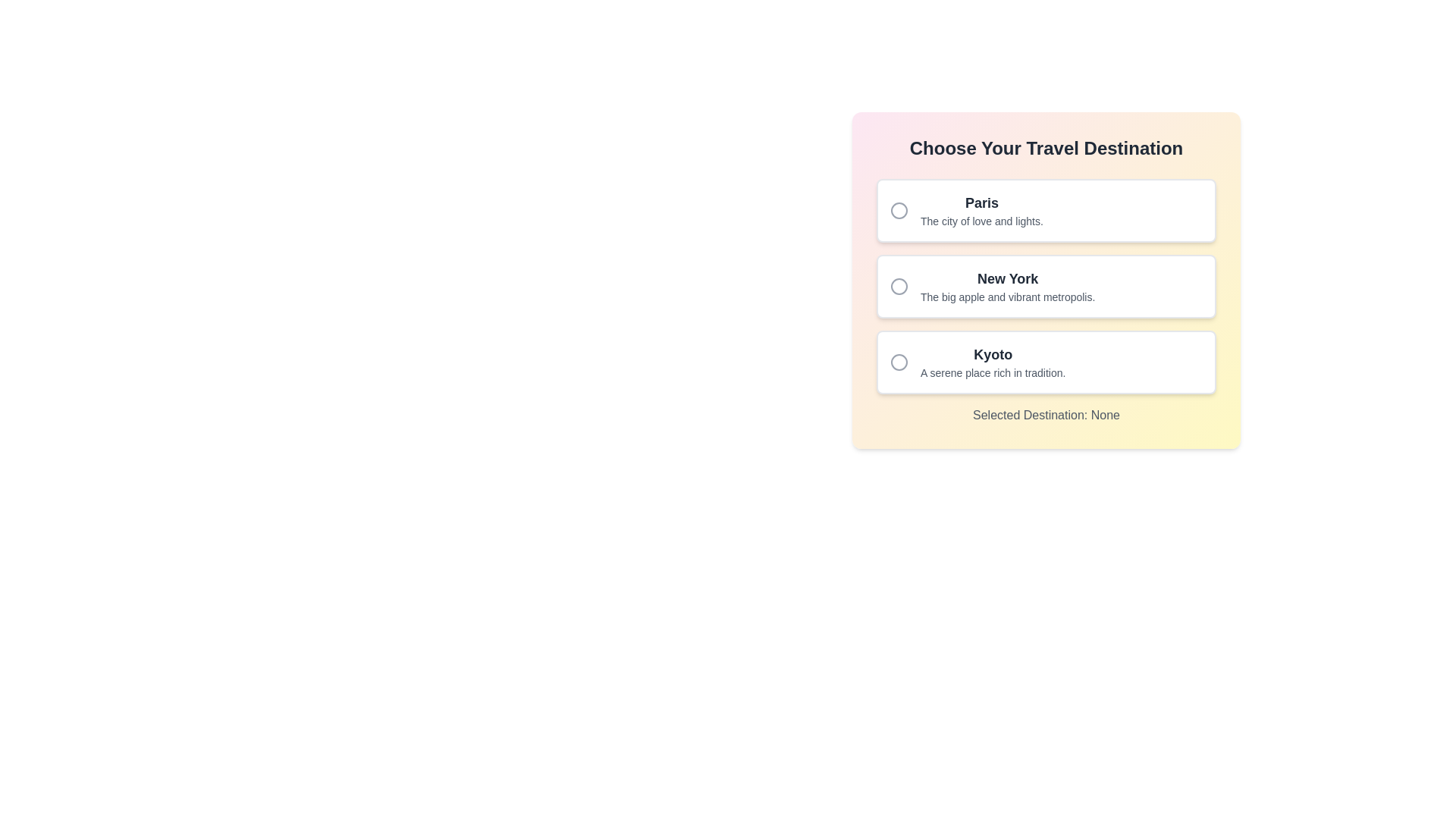  Describe the element at coordinates (1046, 415) in the screenshot. I see `the Text Label that displays the currently selected destination, initially showing 'None', located below the destination selection choices` at that location.